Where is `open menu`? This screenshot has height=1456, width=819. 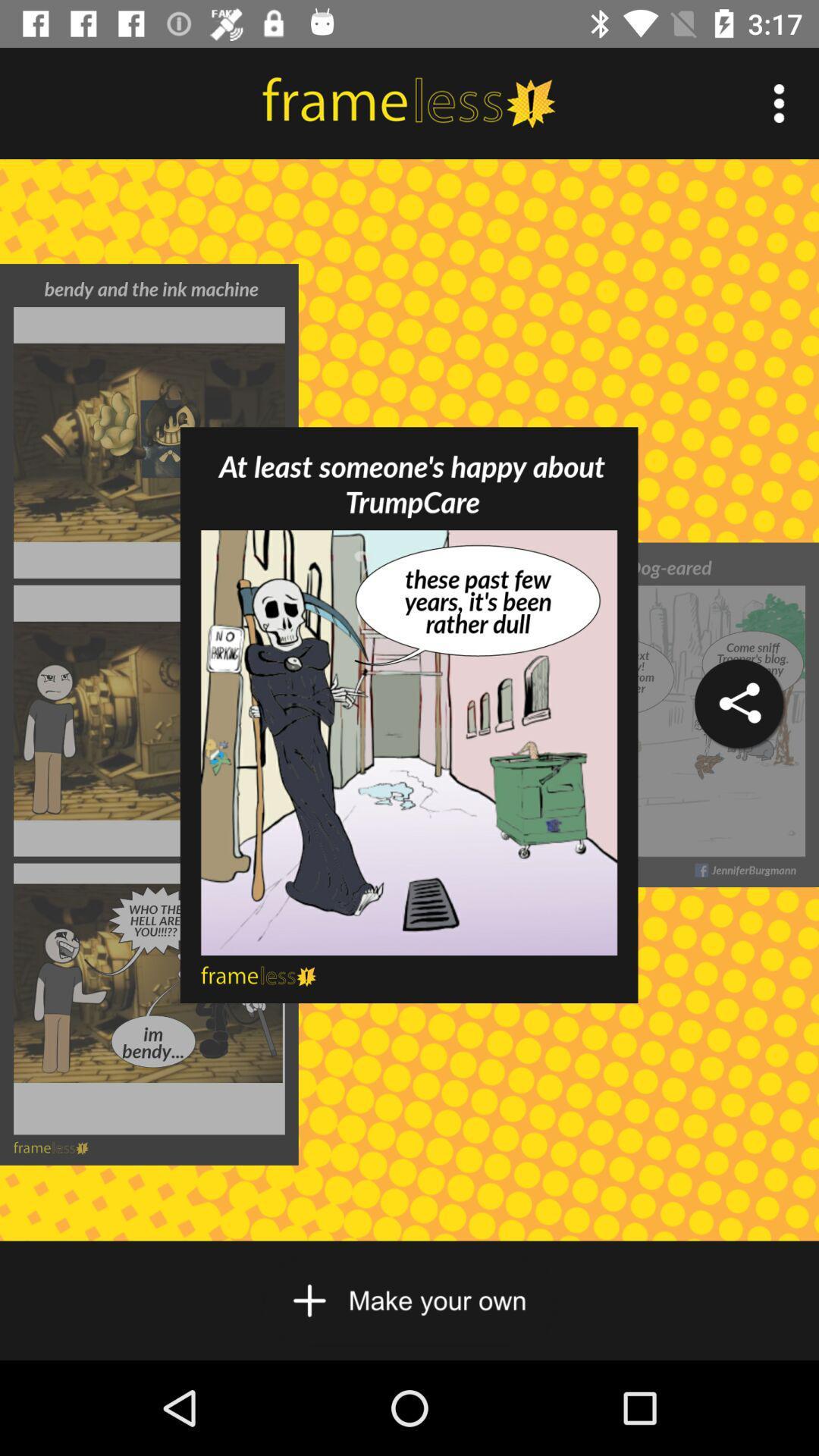
open menu is located at coordinates (779, 102).